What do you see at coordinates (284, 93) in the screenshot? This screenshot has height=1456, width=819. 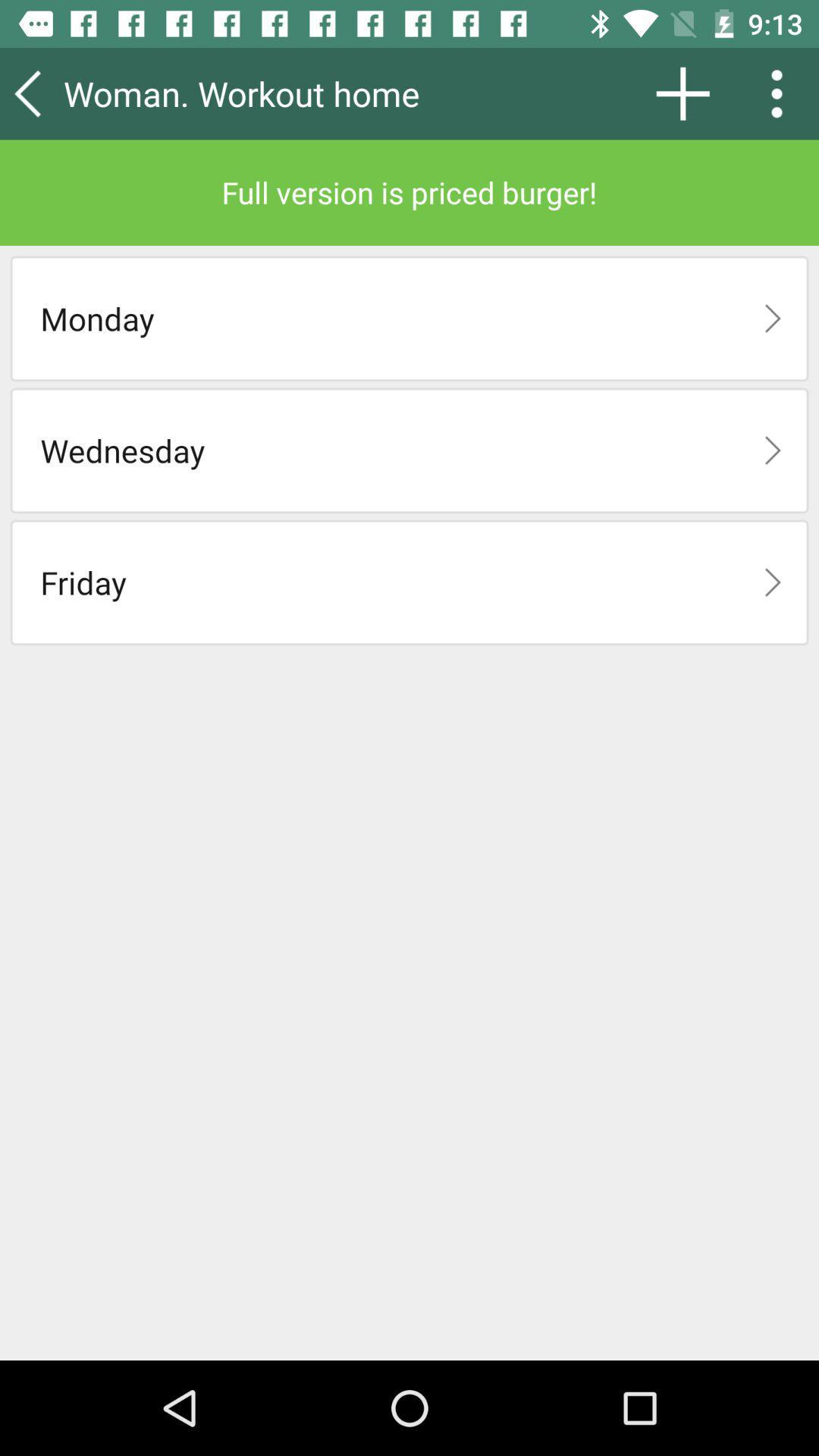 I see `app above the full version is` at bounding box center [284, 93].